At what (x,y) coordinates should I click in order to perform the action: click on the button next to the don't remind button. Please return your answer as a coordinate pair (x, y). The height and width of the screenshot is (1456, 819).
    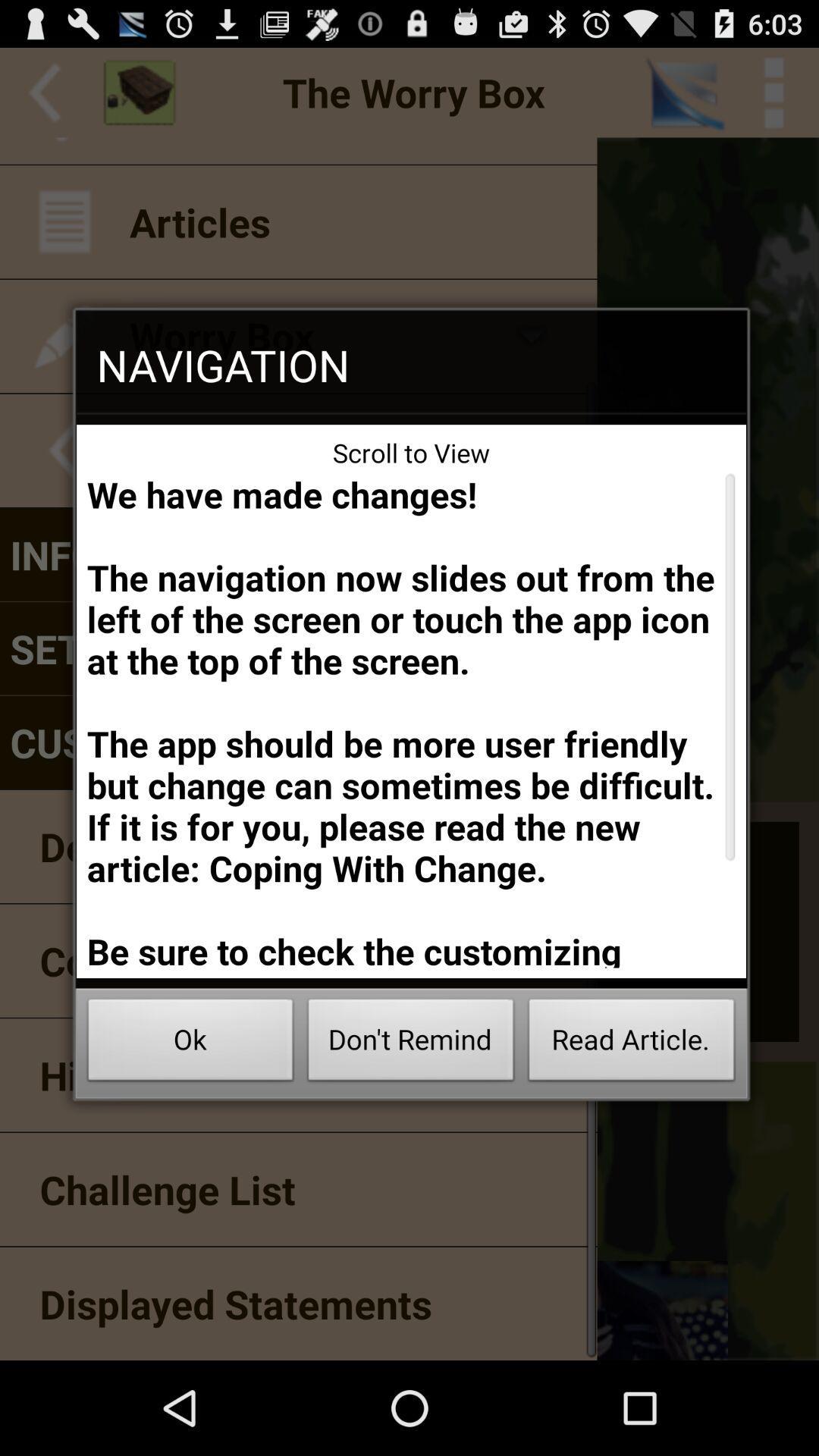
    Looking at the image, I should click on (632, 1043).